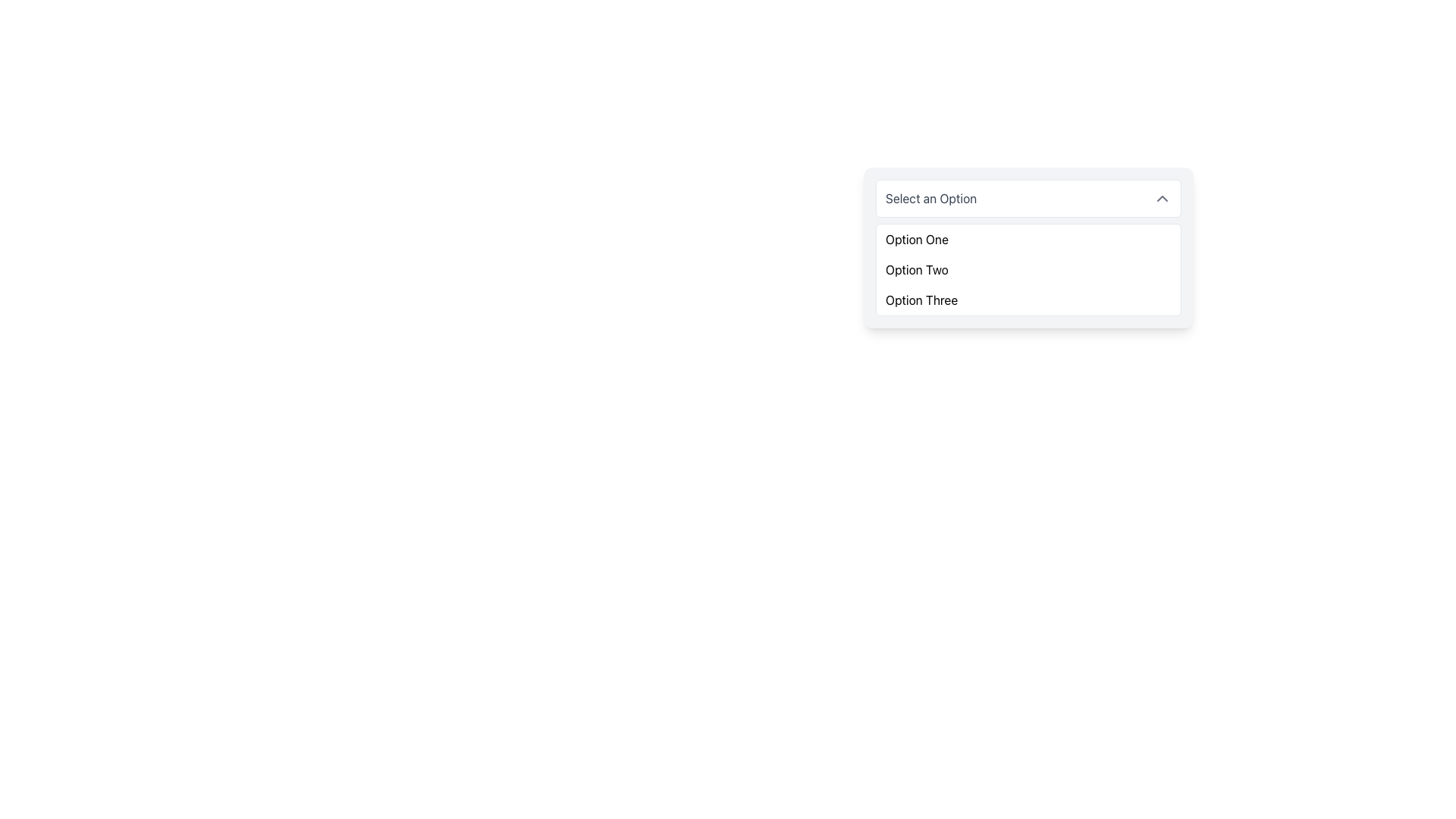  I want to click on the 'Option Three' in the dropdown list to provide a visual indication, so click(921, 300).